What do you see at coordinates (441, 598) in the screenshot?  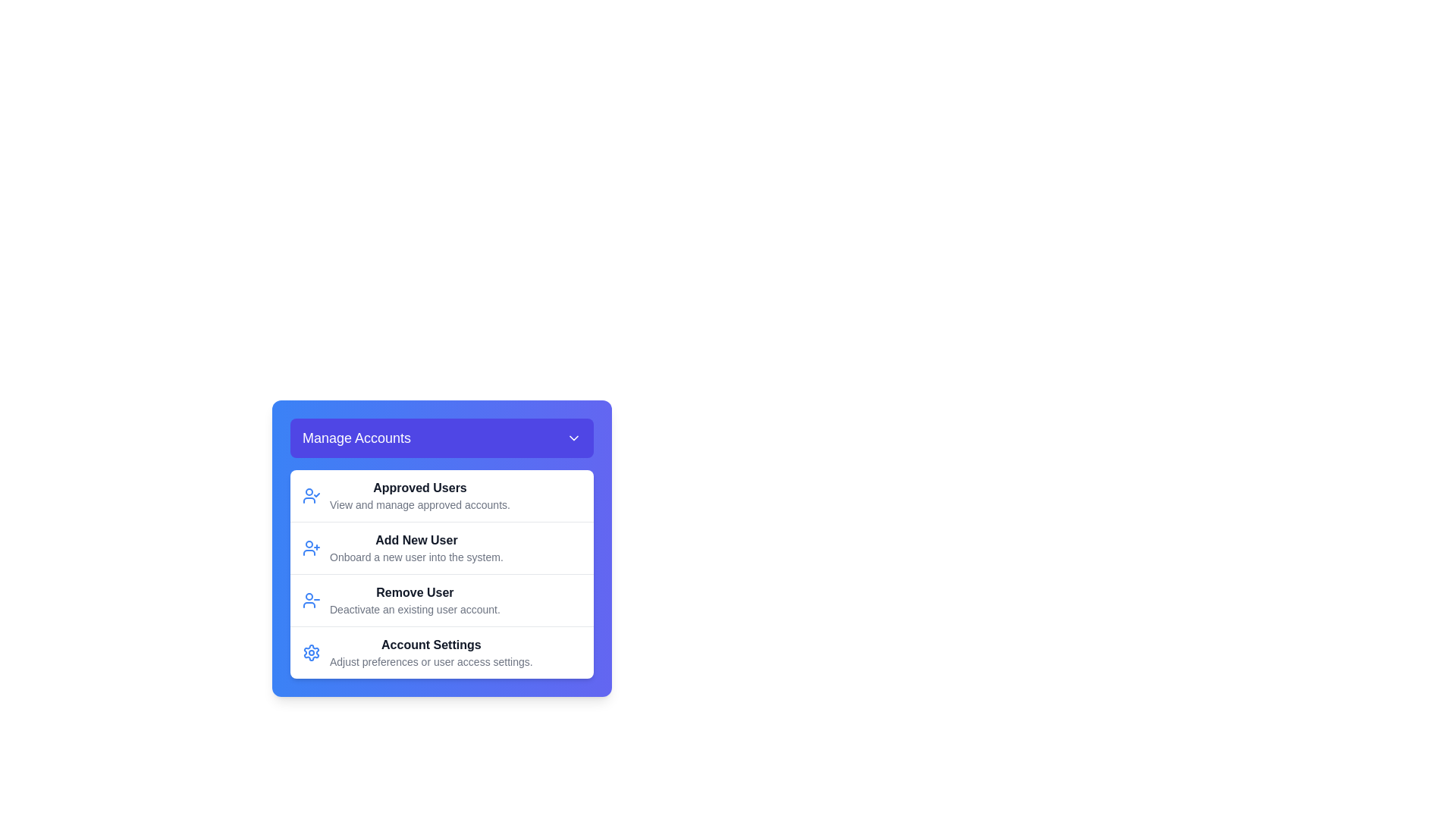 I see `the 'Remove User' list item, which is the third section in a vertical list, featuring a blue user silhouette icon with a minus sign and bold text 'Remove User'` at bounding box center [441, 598].